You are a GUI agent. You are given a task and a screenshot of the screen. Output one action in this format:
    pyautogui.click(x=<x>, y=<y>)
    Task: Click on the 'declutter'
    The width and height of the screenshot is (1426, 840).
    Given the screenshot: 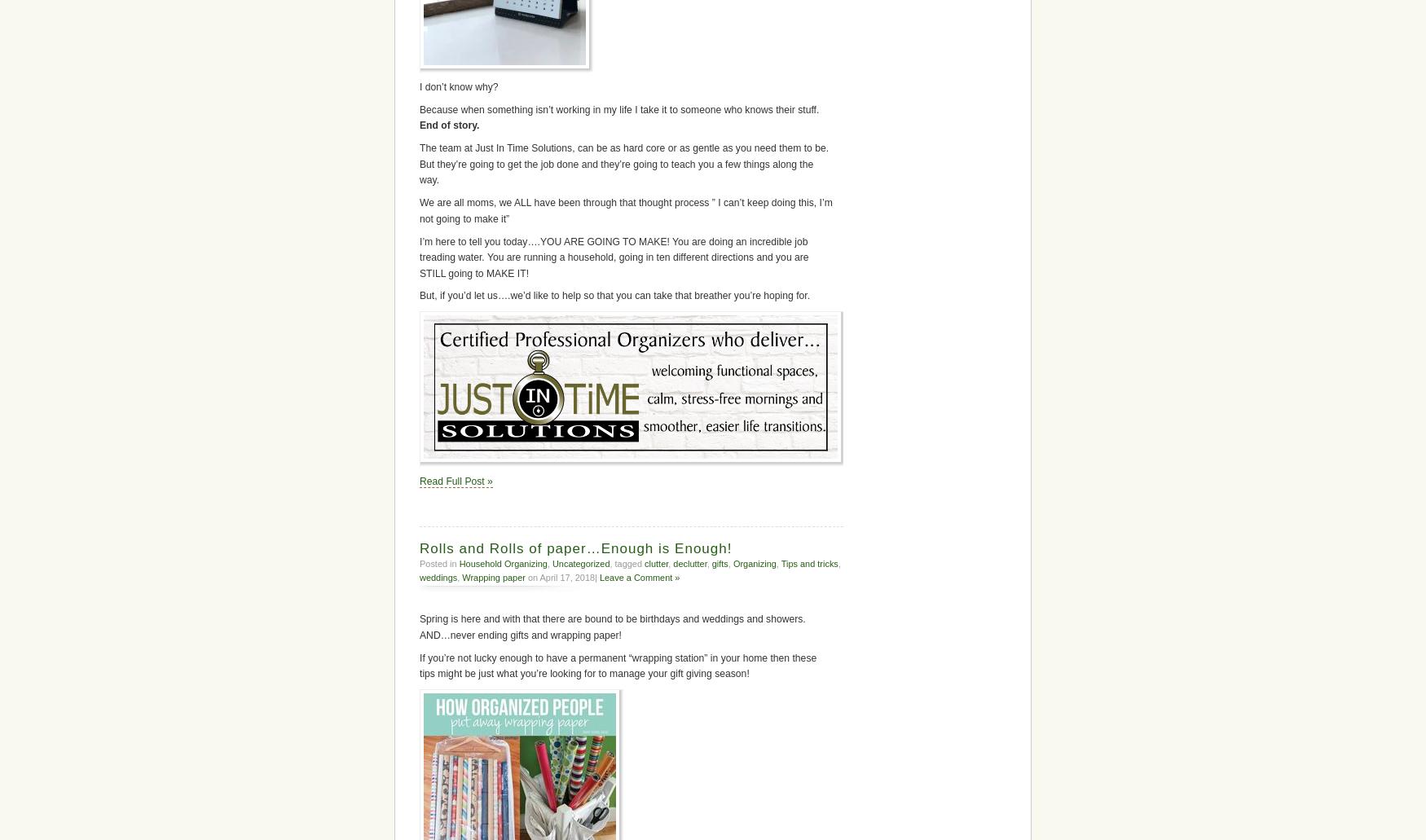 What is the action you would take?
    pyautogui.click(x=689, y=562)
    